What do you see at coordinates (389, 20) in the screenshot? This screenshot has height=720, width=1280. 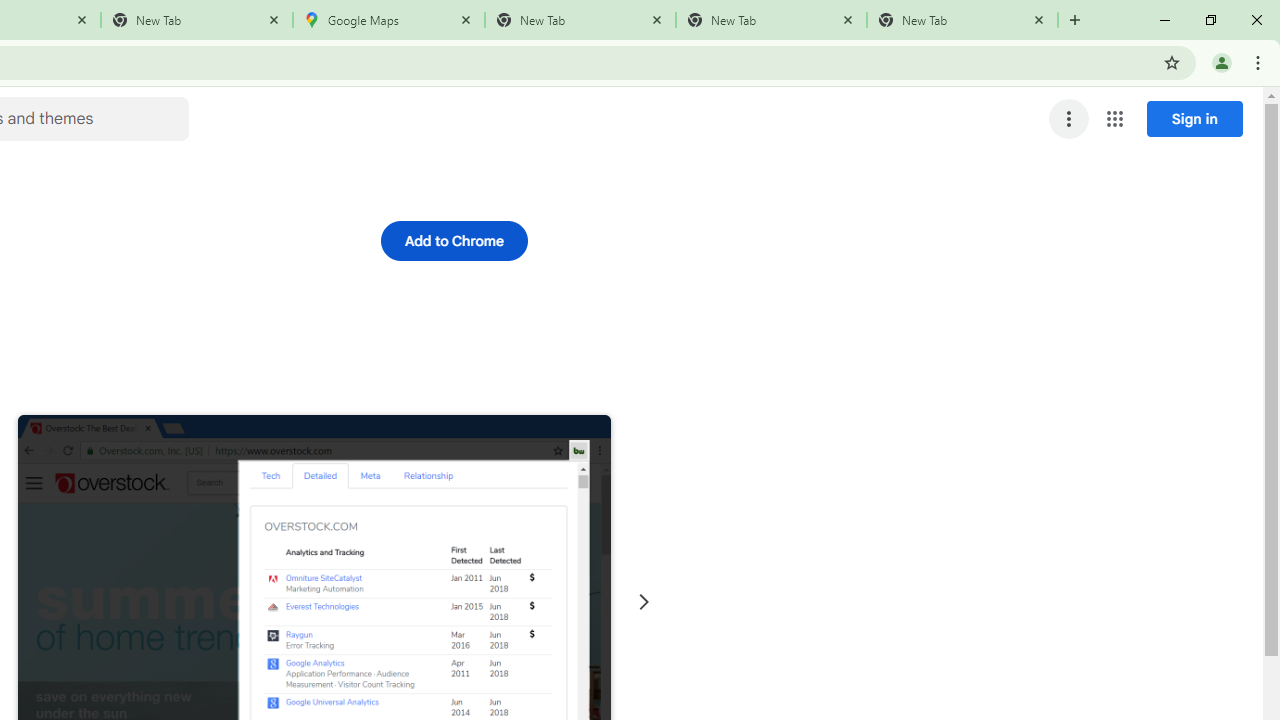 I see `'Google Maps'` at bounding box center [389, 20].